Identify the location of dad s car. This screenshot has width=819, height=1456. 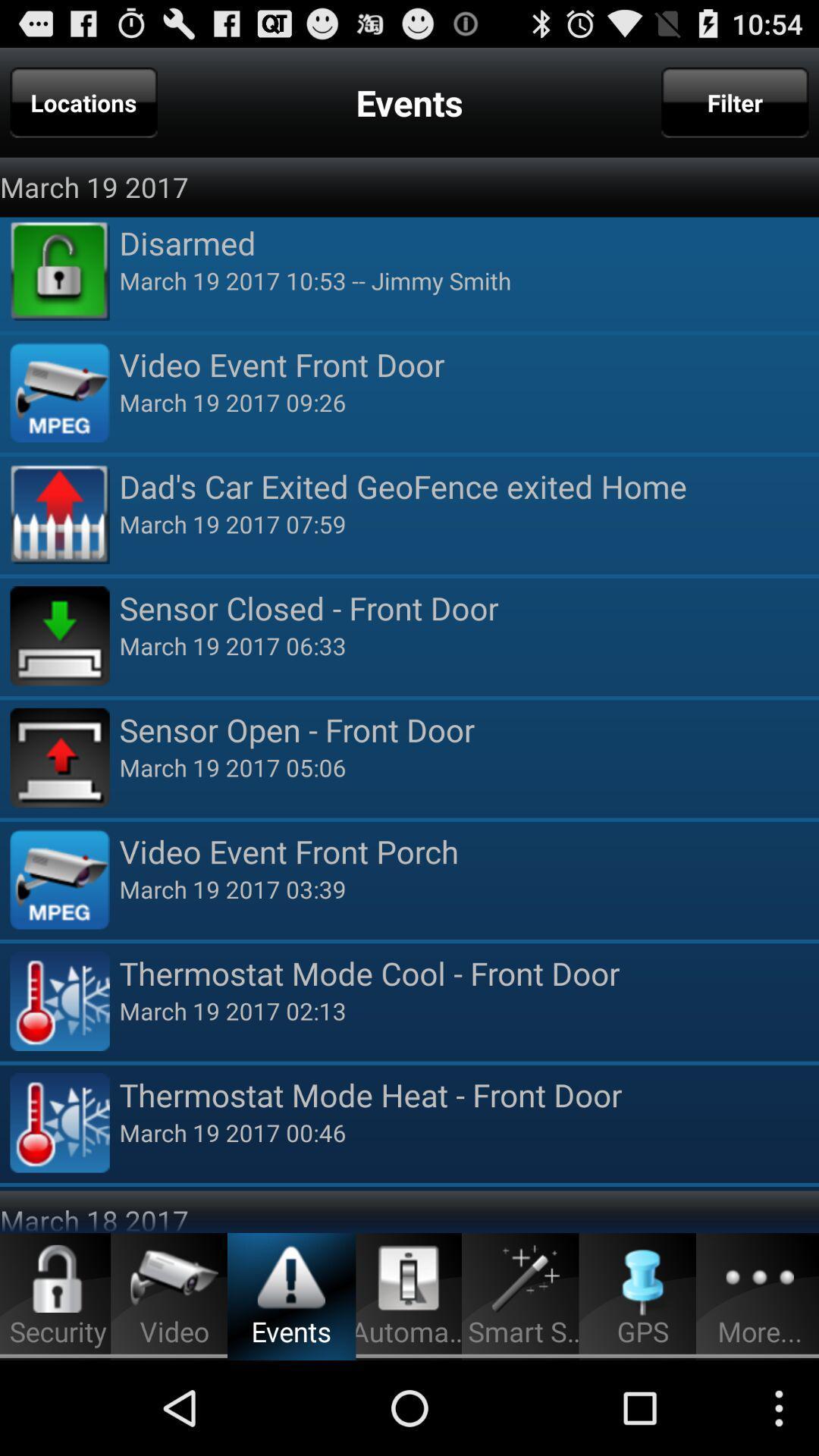
(468, 486).